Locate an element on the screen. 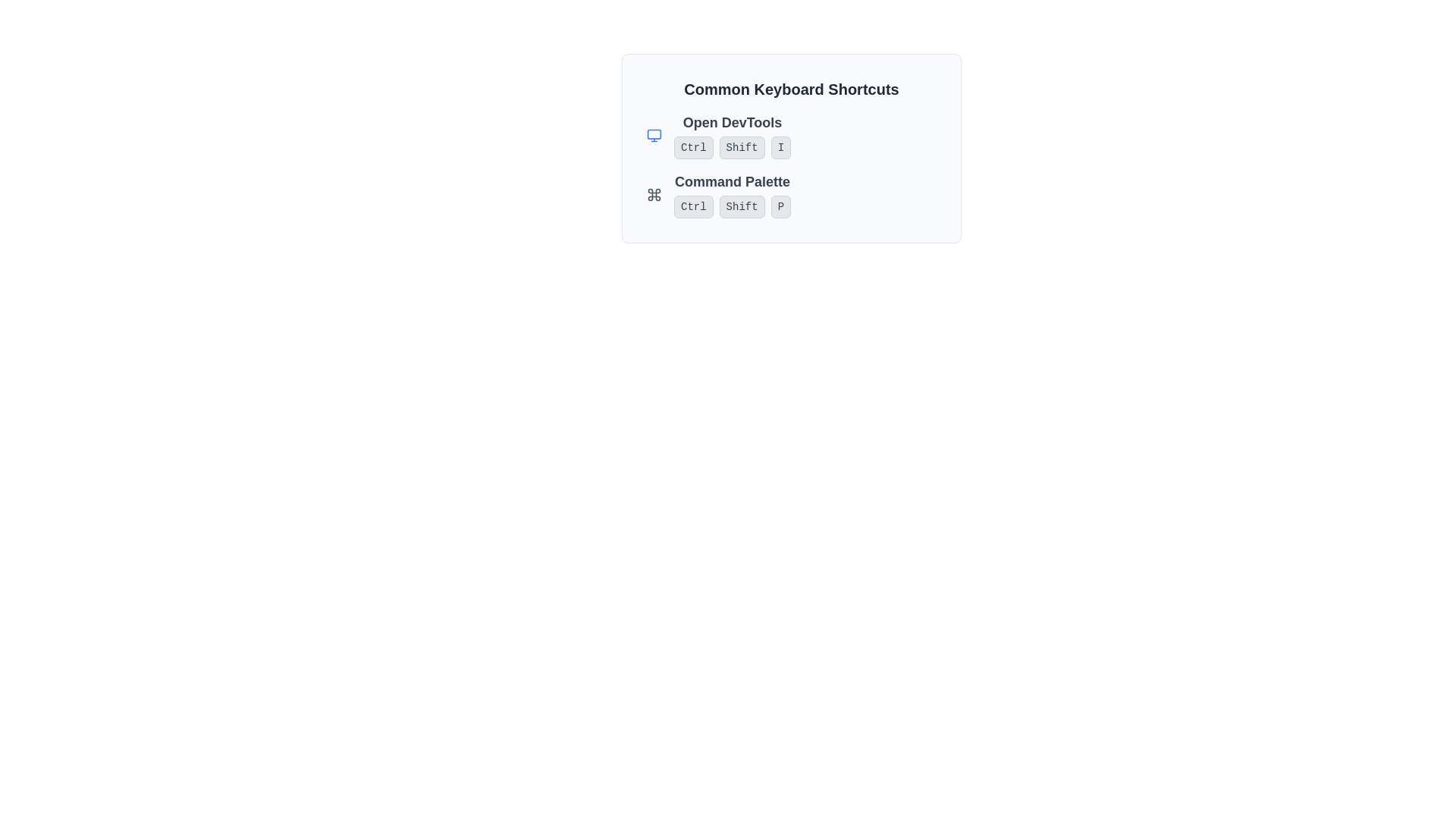 This screenshot has width=1456, height=819. the icon that visually identifies the 'Open DevTools' functionality, which is located adjacent to the 'Open DevTools' keyboard shortcut label is located at coordinates (654, 134).